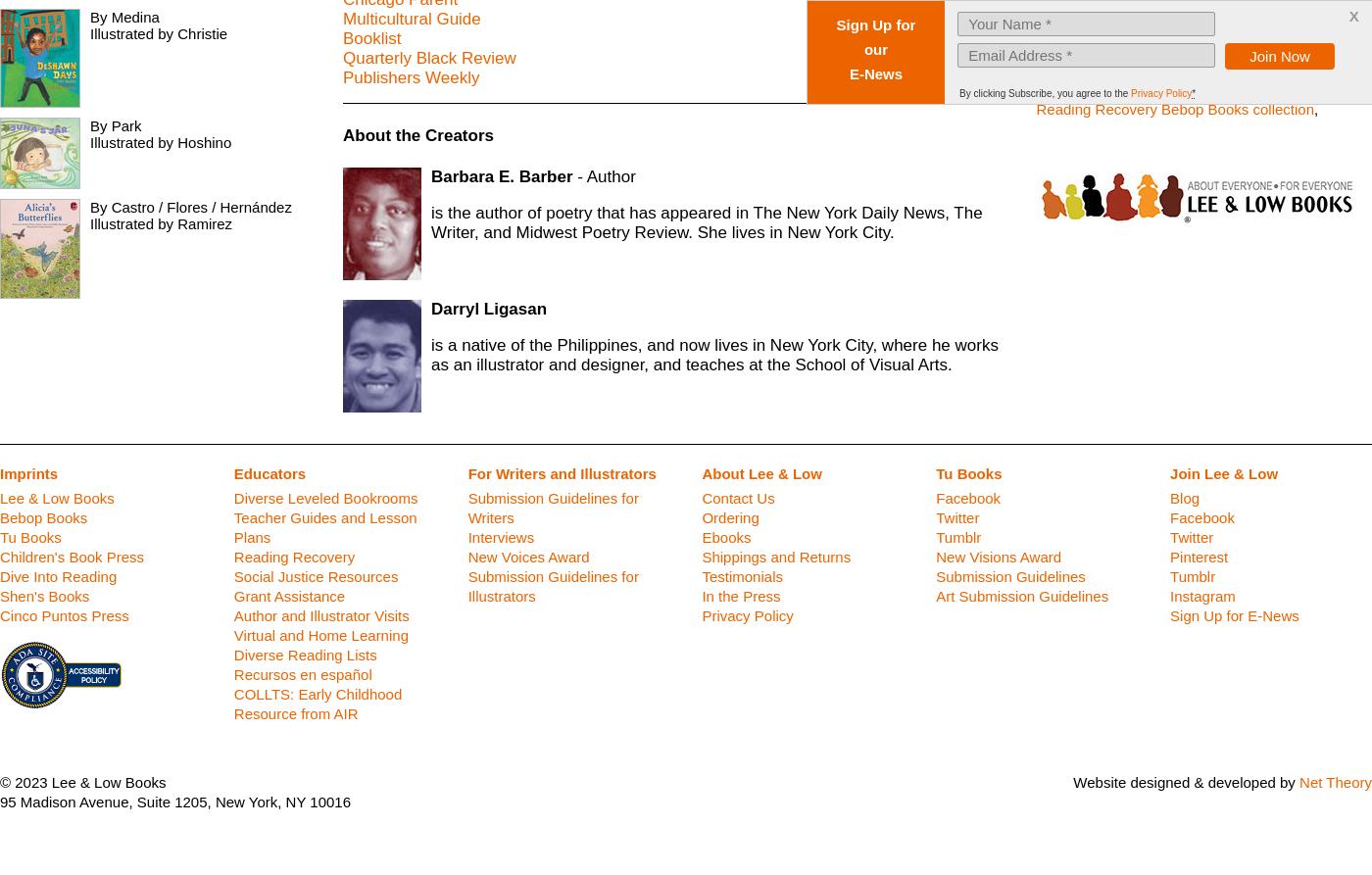 Image resolution: width=1372 pixels, height=875 pixels. I want to click on 'Social Justice Resources', so click(233, 575).